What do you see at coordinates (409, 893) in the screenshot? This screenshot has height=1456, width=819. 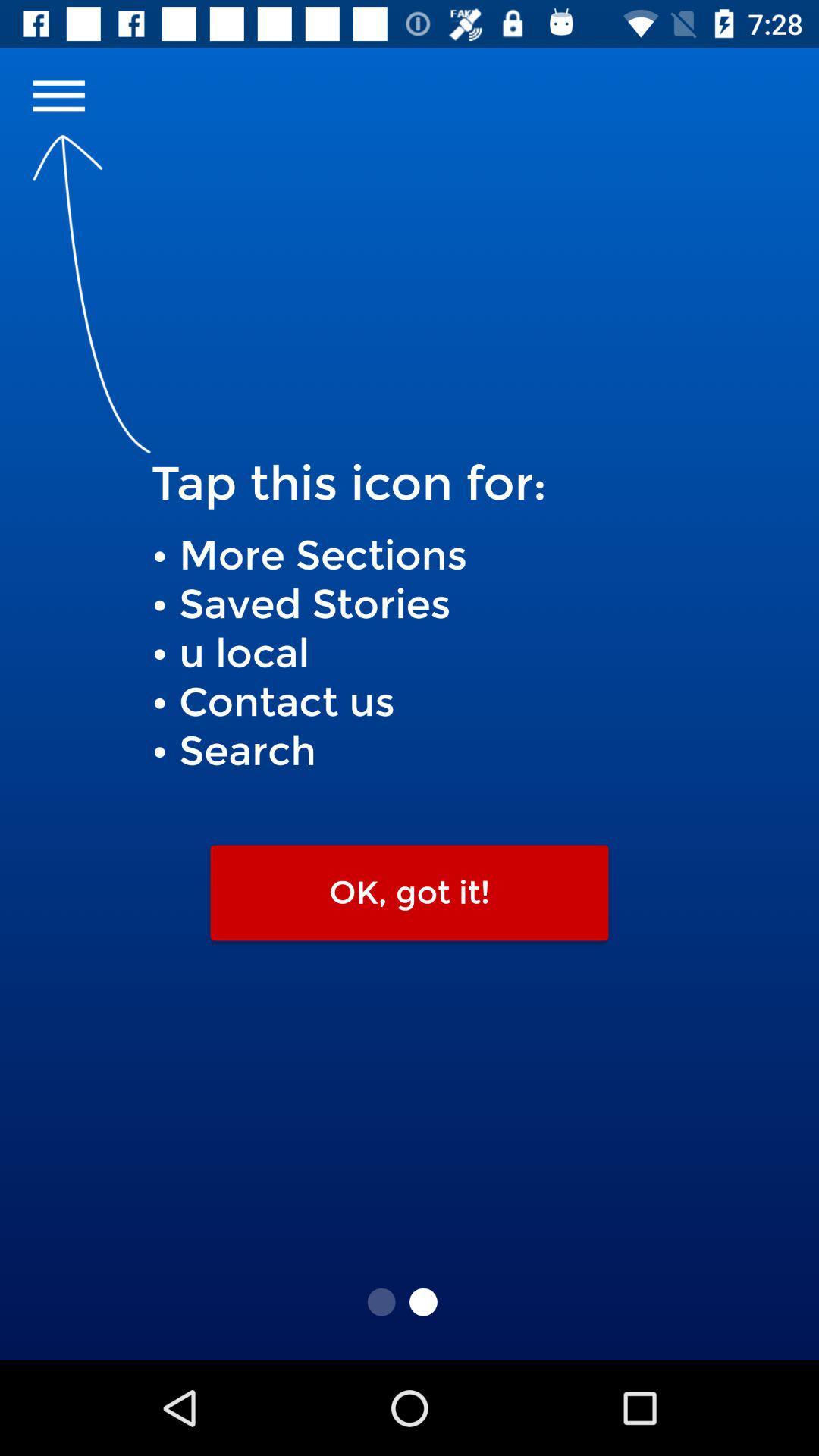 I see `the ok, got it! icon` at bounding box center [409, 893].